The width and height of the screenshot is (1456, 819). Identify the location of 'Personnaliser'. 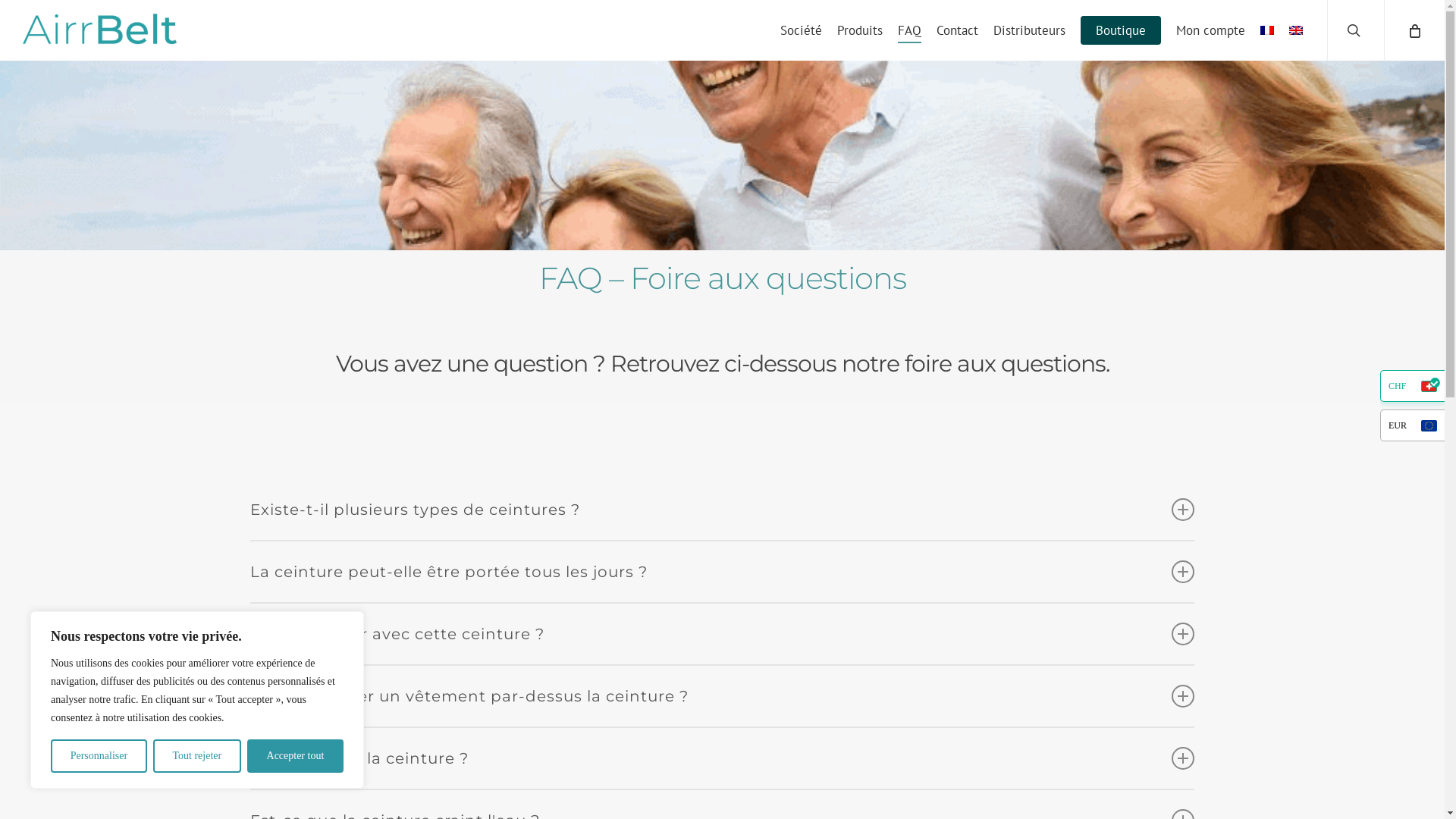
(98, 755).